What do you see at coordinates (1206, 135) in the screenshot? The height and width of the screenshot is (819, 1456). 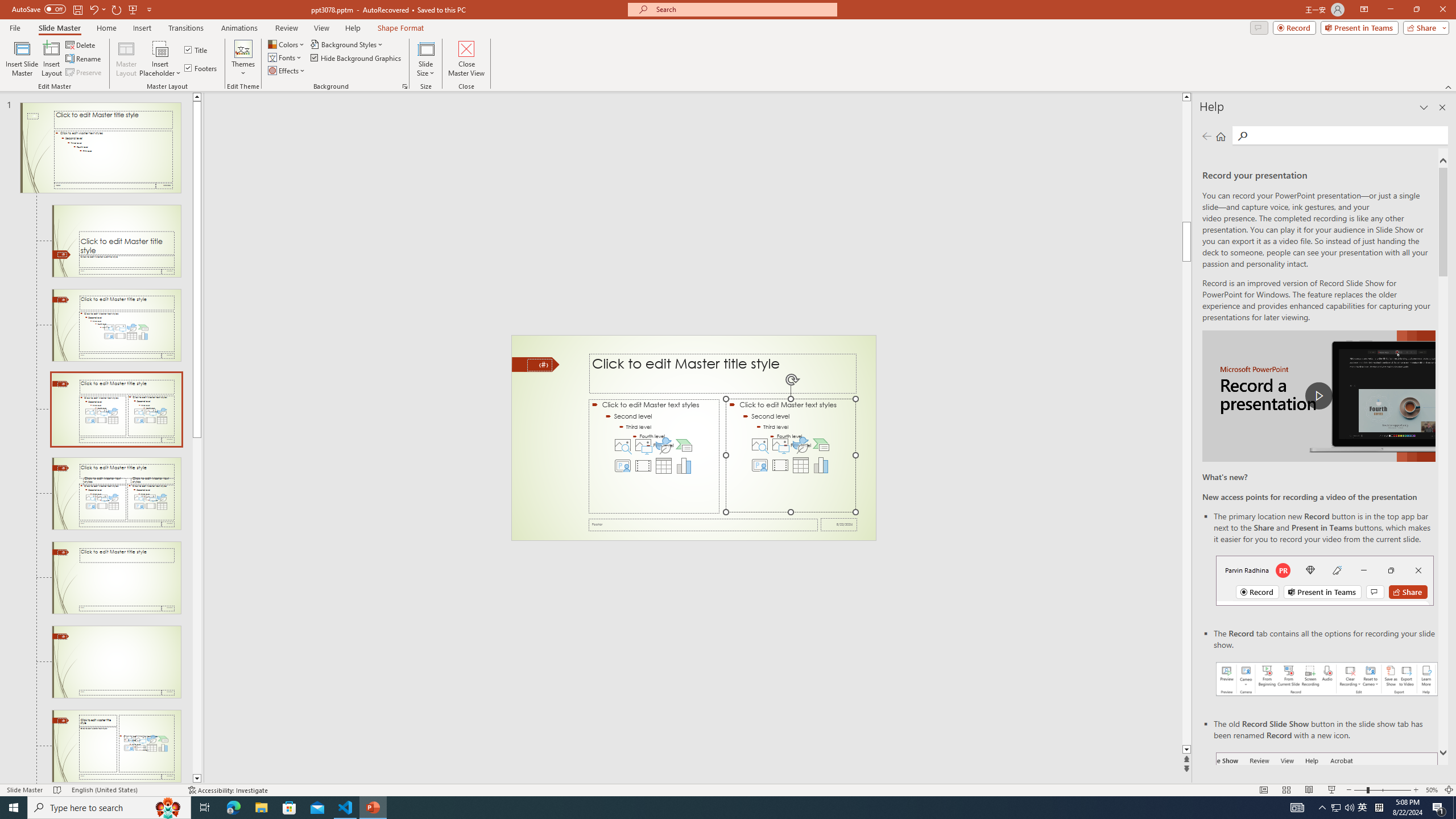 I see `'Previous page'` at bounding box center [1206, 135].